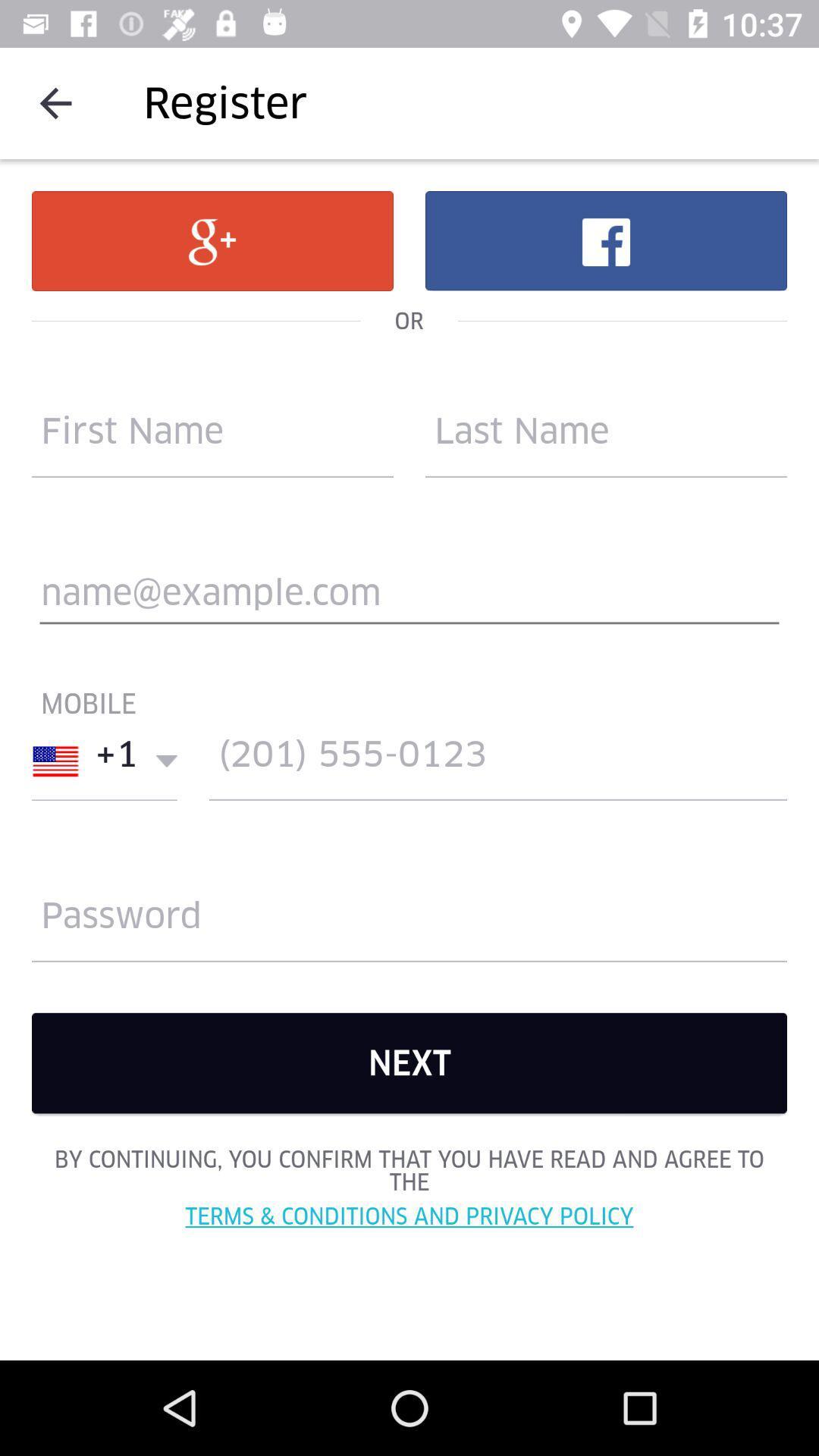 The height and width of the screenshot is (1456, 819). What do you see at coordinates (605, 240) in the screenshot?
I see `the facebook icon` at bounding box center [605, 240].